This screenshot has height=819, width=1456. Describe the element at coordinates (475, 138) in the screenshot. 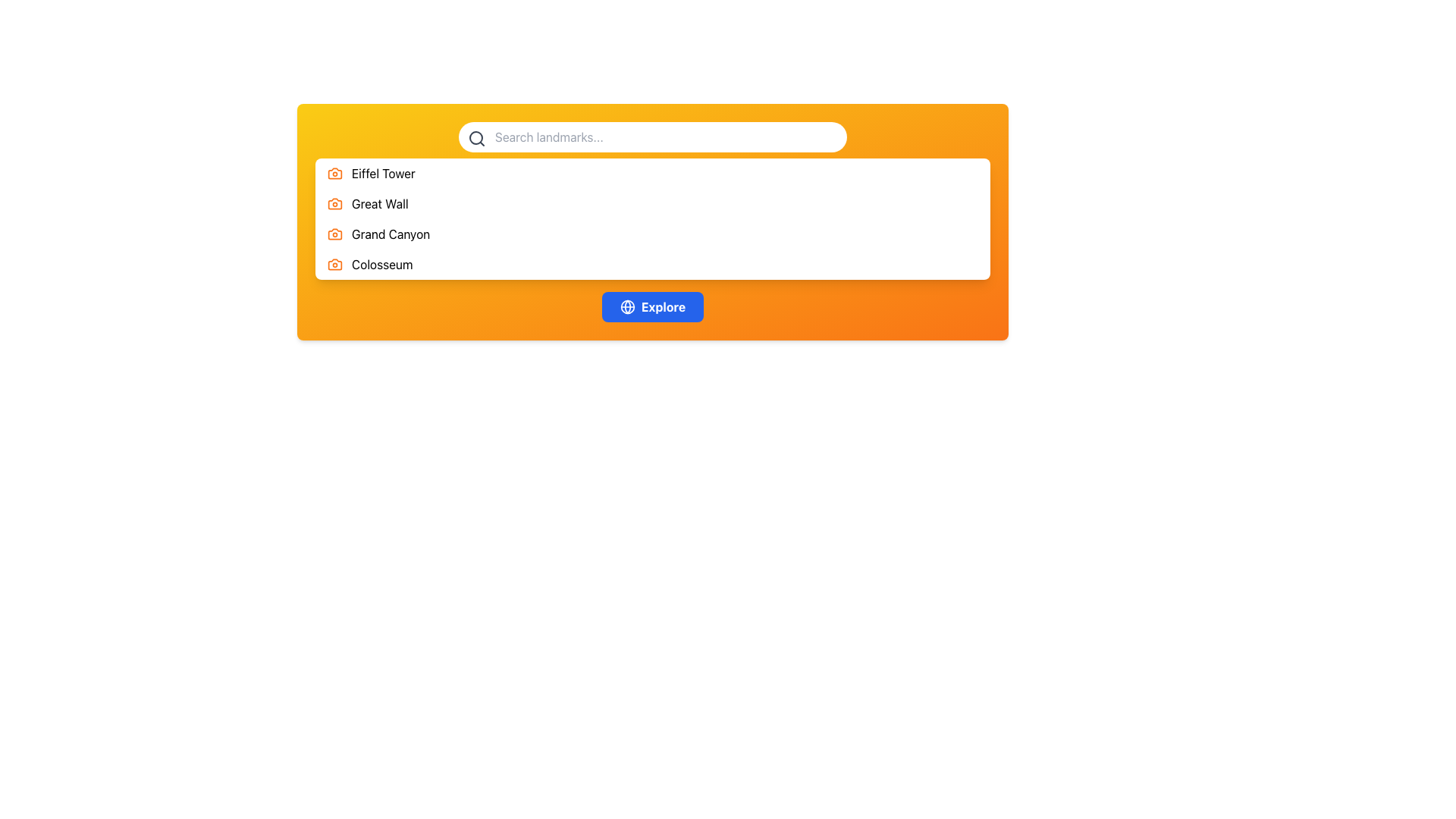

I see `the magnifying glass icon representing search functionality located in the leftmost portion of the search bar` at that location.